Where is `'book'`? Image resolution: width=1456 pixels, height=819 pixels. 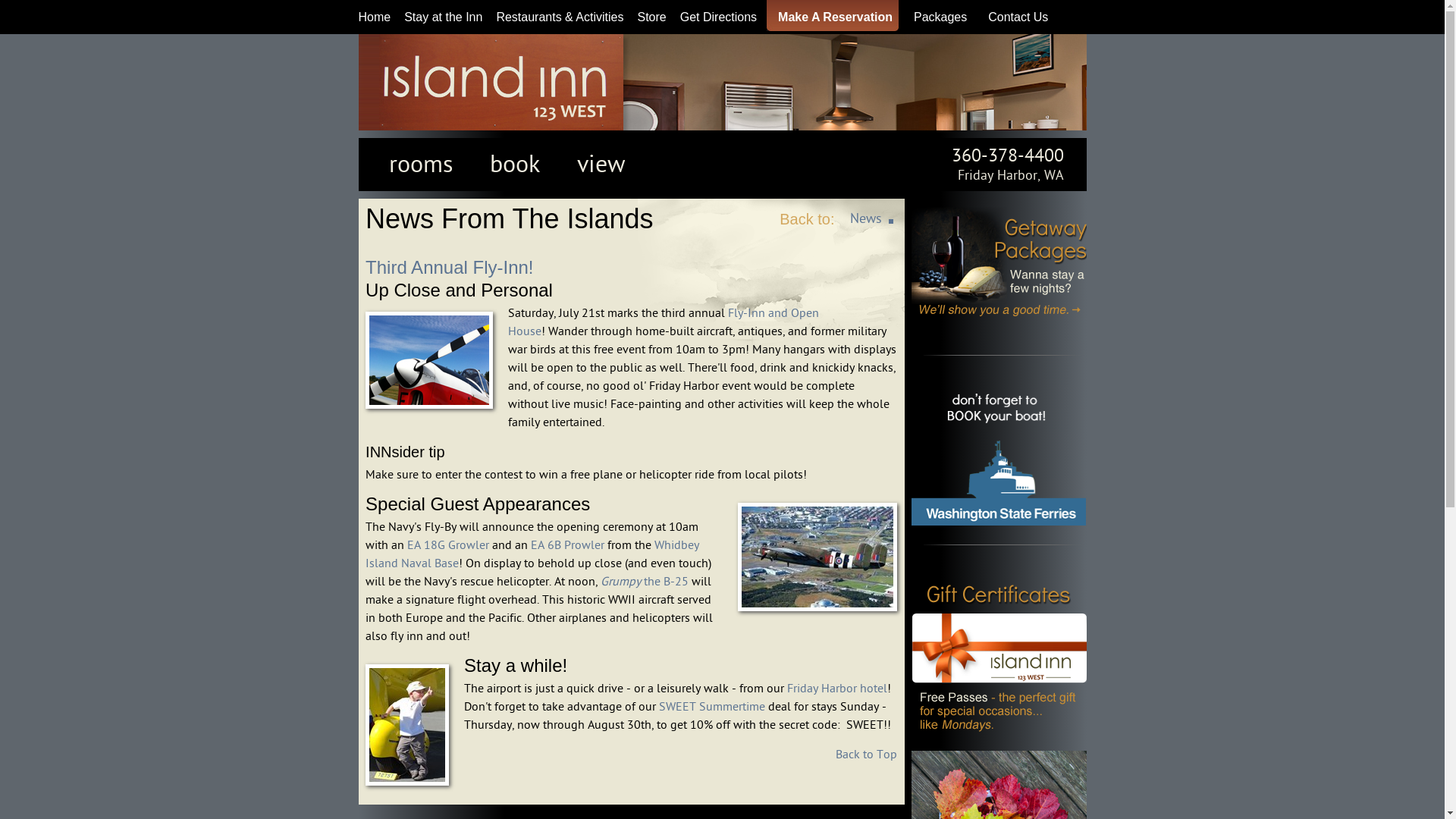
'book' is located at coordinates (514, 164).